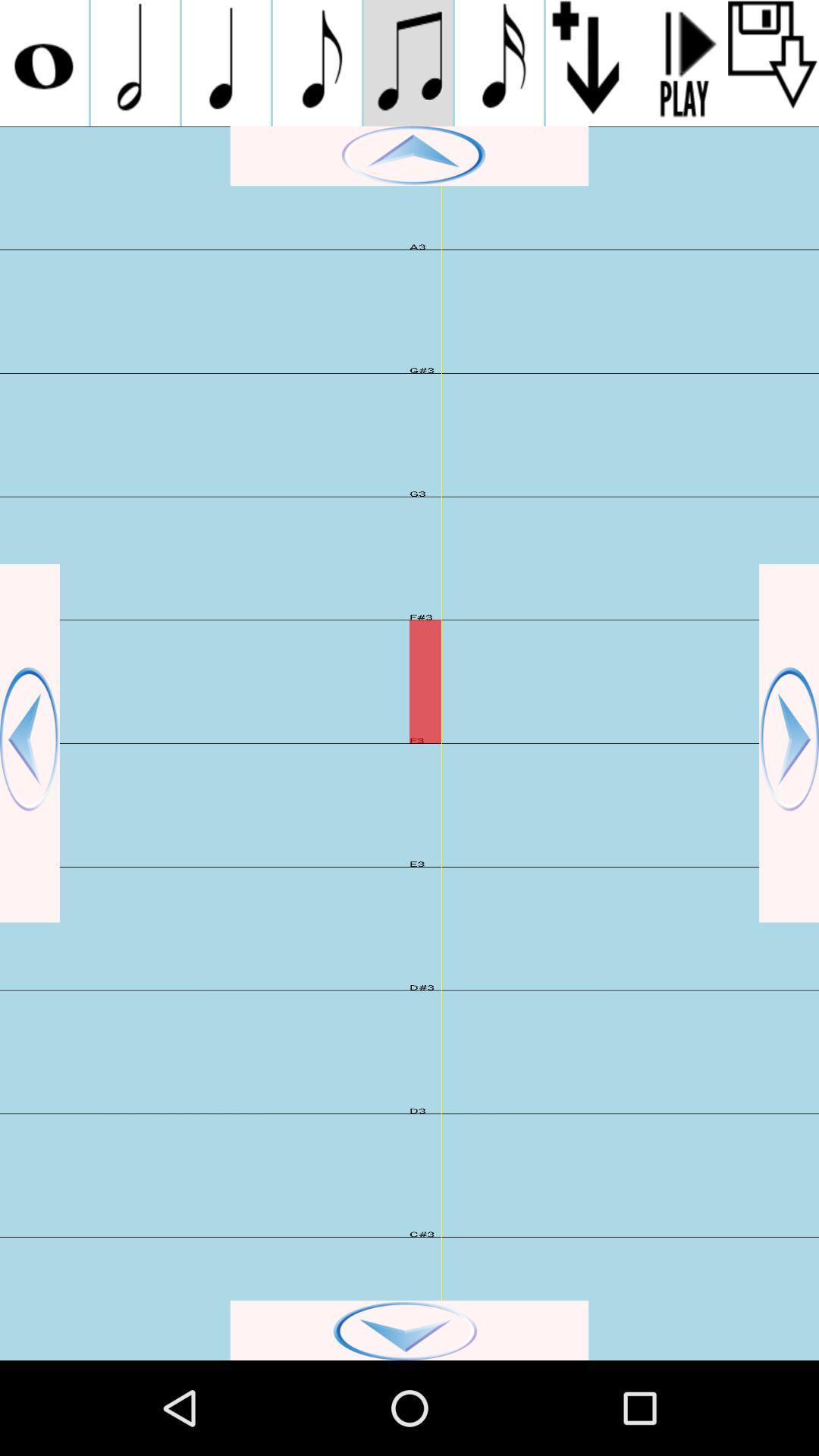 The height and width of the screenshot is (1456, 819). Describe the element at coordinates (409, 155) in the screenshot. I see `scroll up` at that location.